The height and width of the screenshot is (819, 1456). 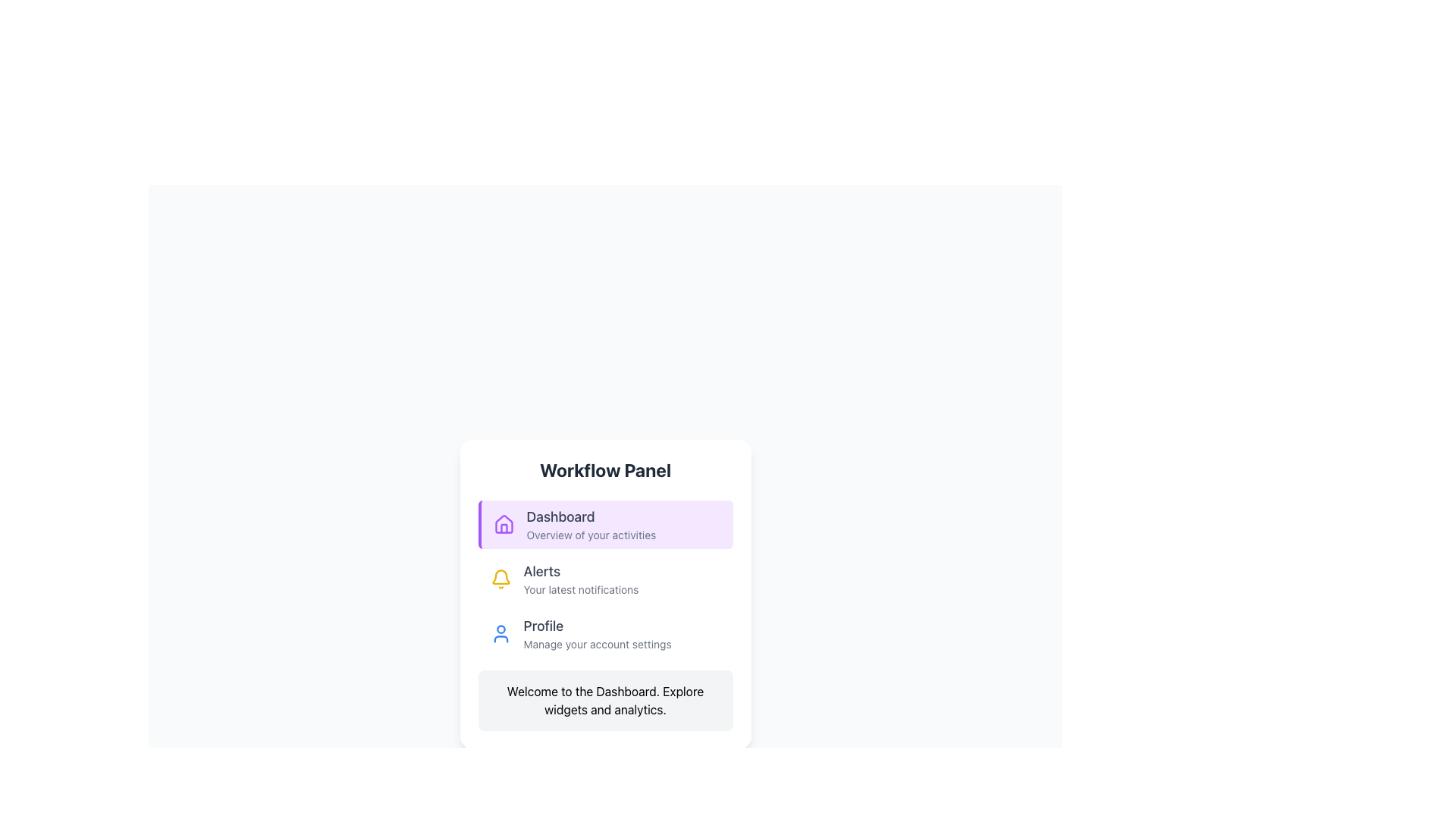 What do you see at coordinates (500, 577) in the screenshot?
I see `the yellow bell icon in the vertical menu` at bounding box center [500, 577].